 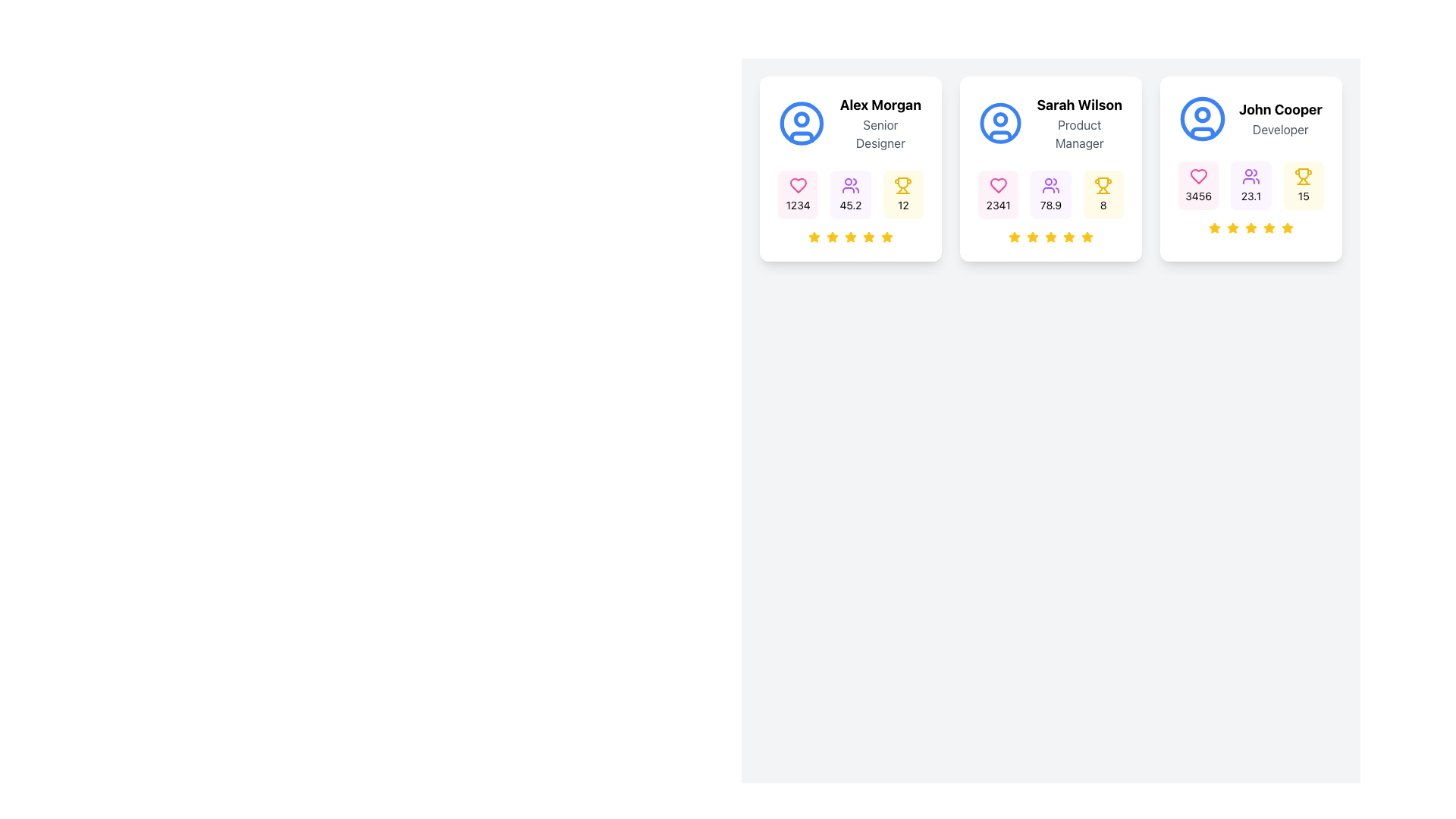 I want to click on the 'like' icon associated with Sarah Wilson's profile card, located in the upper left segment of the card layout, so click(x=998, y=185).